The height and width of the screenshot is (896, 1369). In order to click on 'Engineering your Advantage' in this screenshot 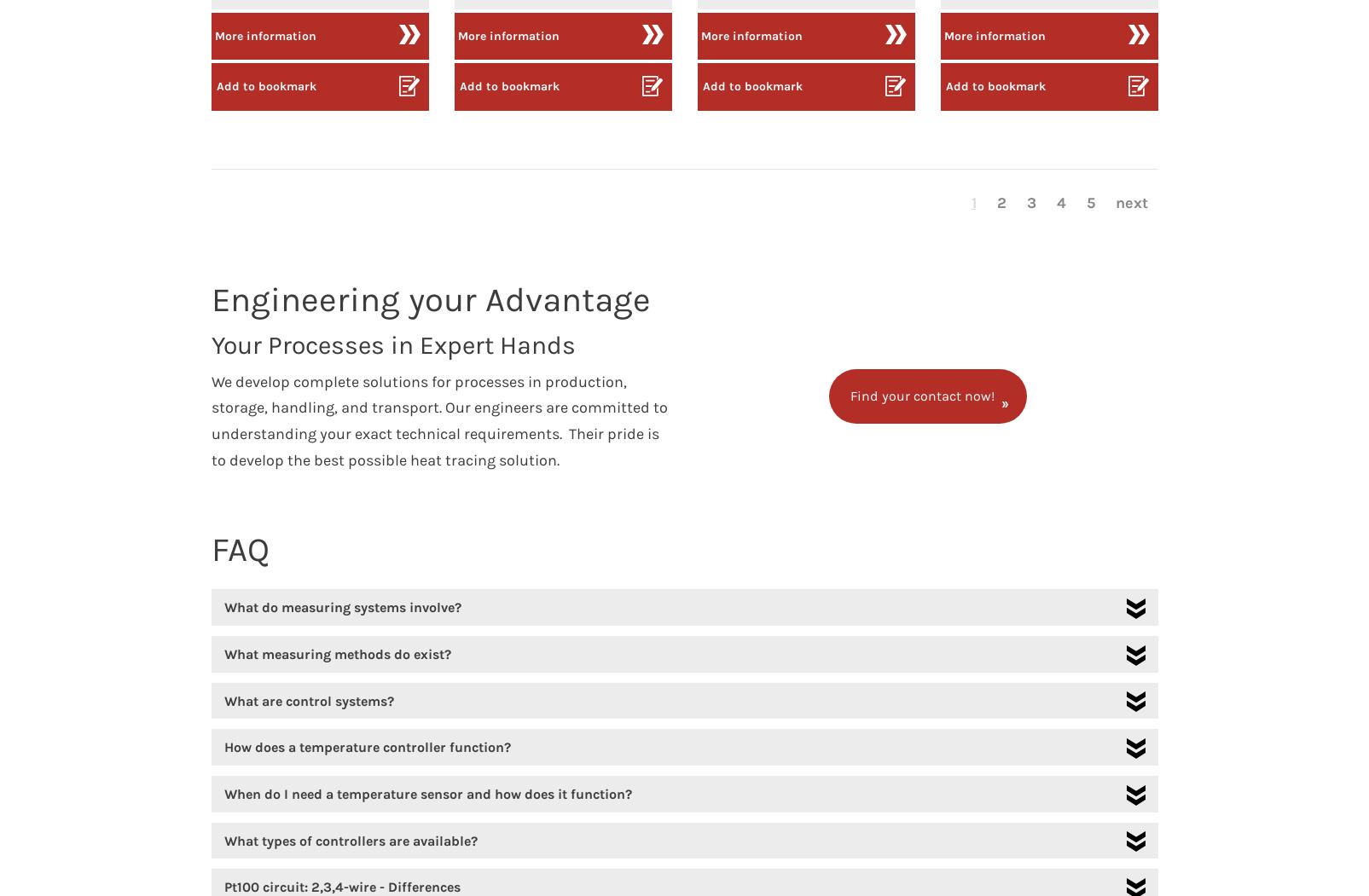, I will do `click(430, 298)`.